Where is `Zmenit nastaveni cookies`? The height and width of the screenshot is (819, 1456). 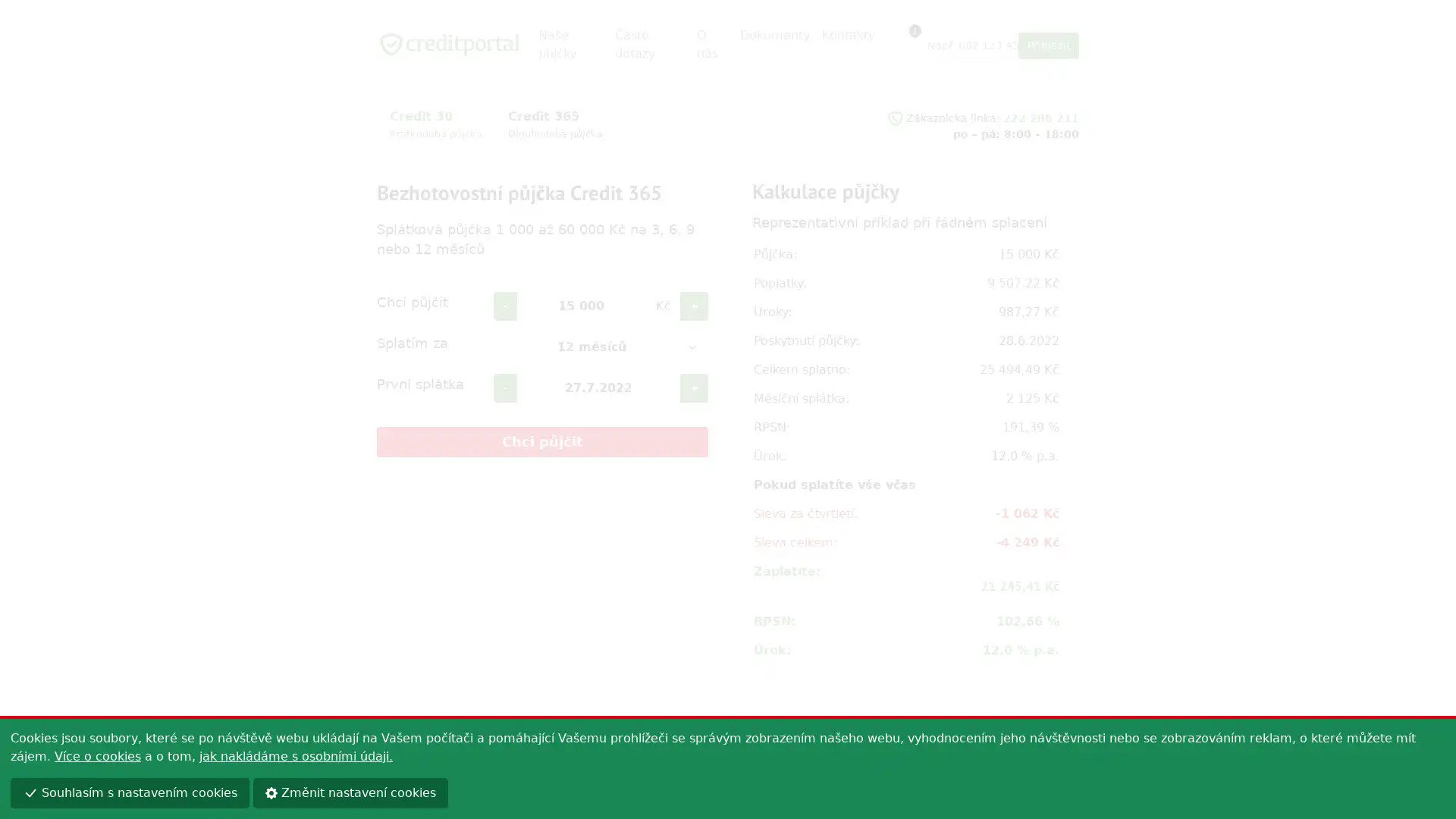
Zmenit nastaveni cookies is located at coordinates (350, 792).